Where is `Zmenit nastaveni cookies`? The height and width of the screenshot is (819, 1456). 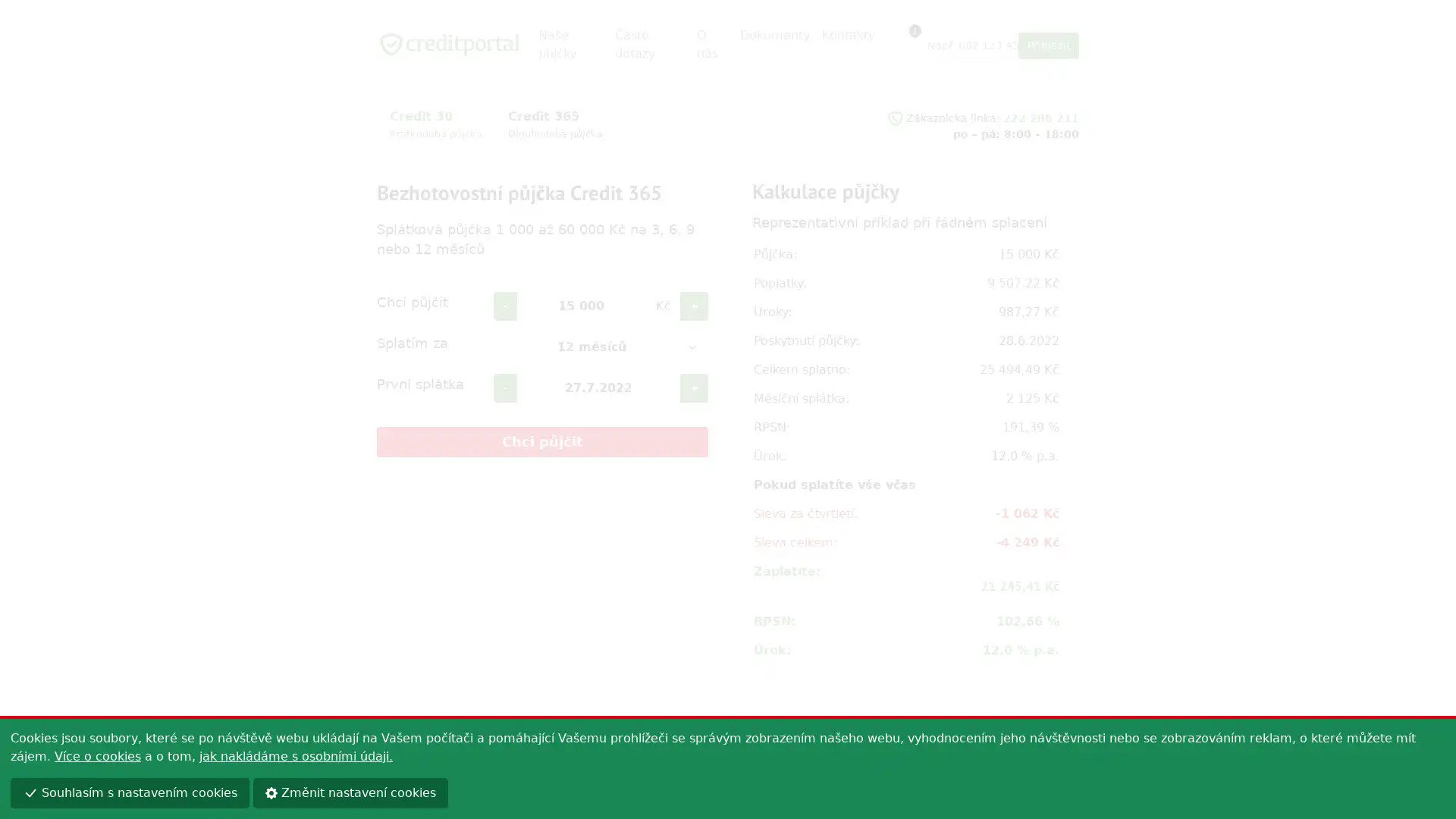
Zmenit nastaveni cookies is located at coordinates (350, 792).